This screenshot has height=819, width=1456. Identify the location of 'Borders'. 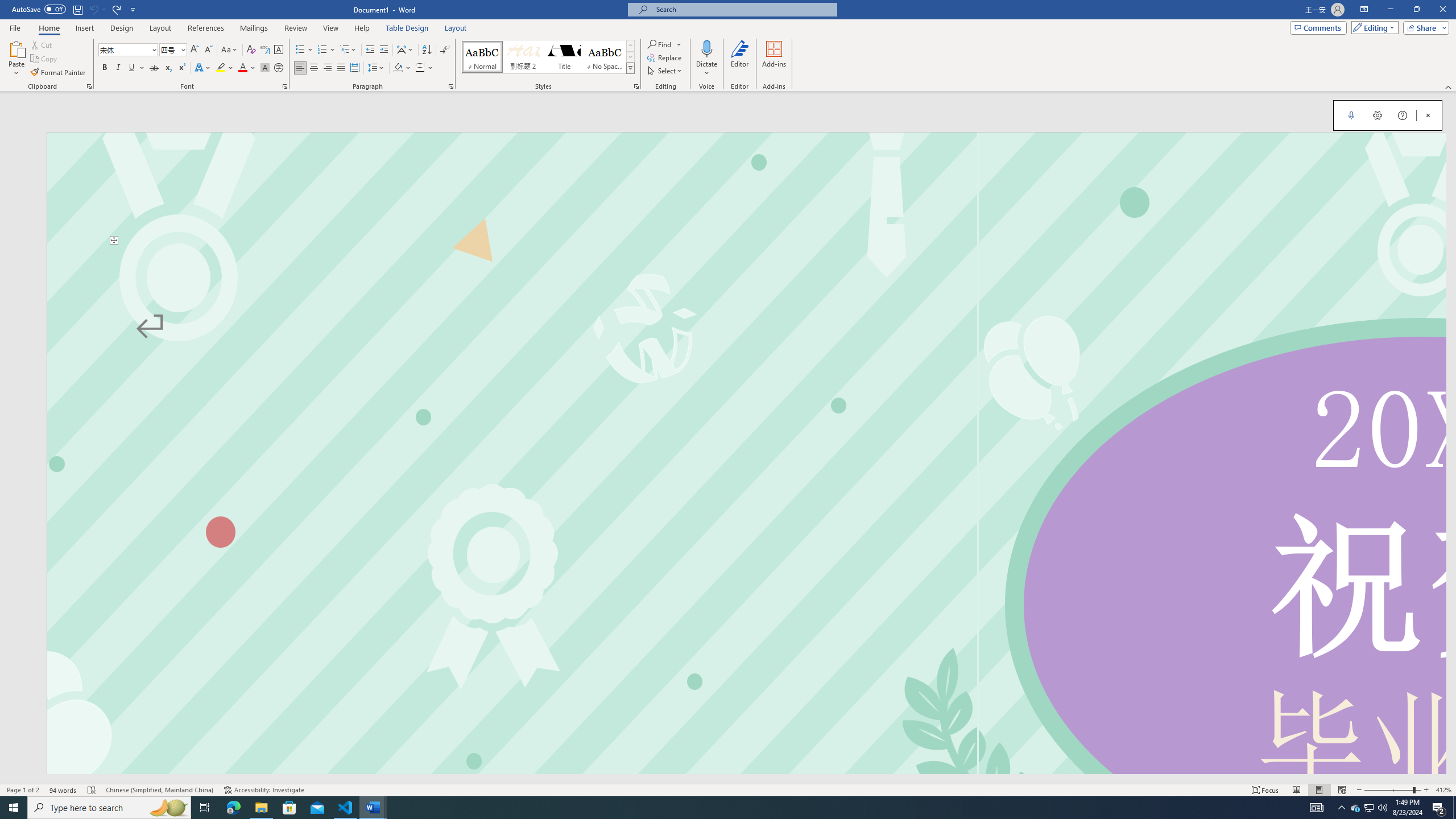
(424, 67).